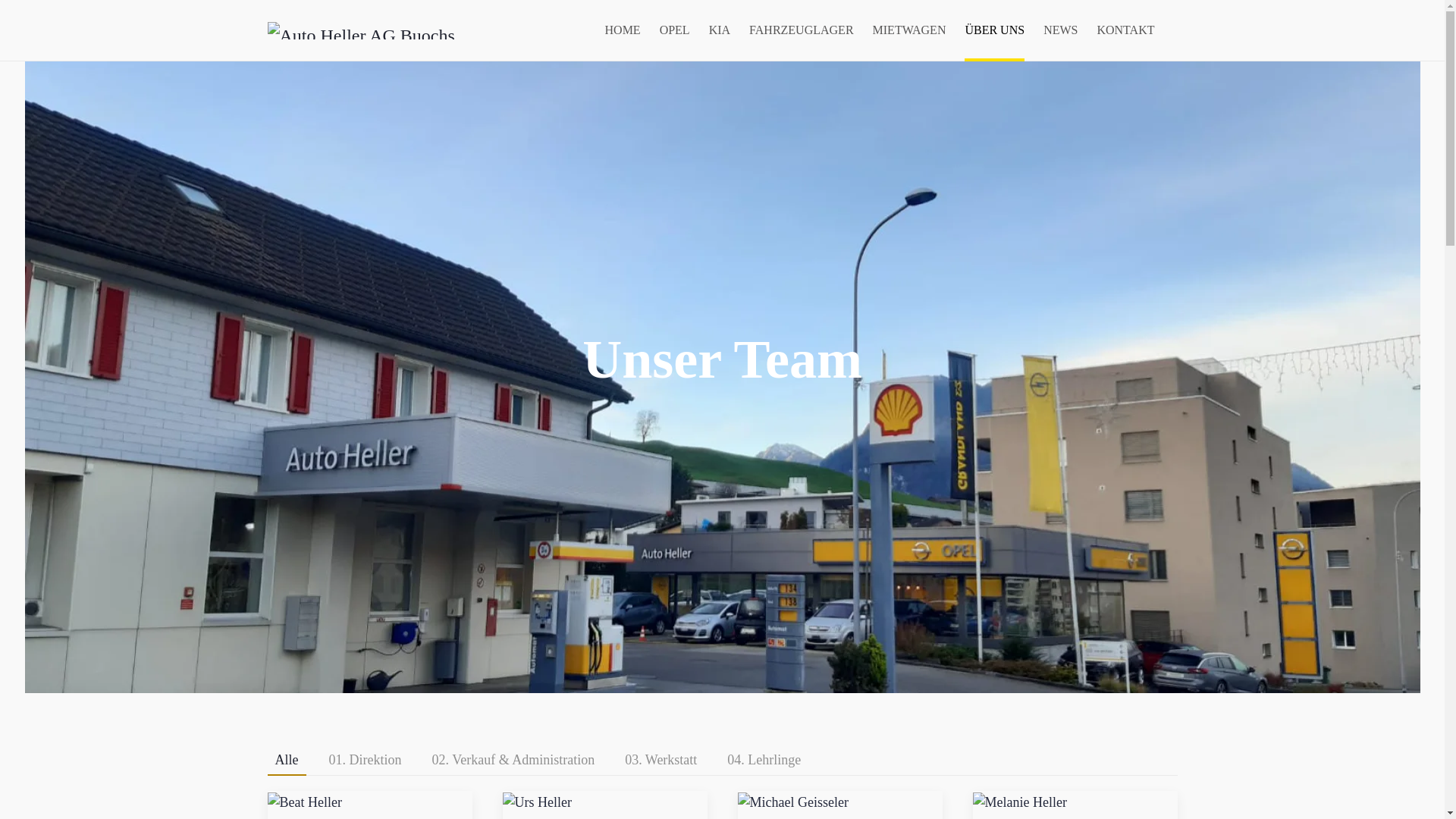 The image size is (1456, 819). Describe the element at coordinates (719, 761) in the screenshot. I see `'04. Lehrlinge'` at that location.